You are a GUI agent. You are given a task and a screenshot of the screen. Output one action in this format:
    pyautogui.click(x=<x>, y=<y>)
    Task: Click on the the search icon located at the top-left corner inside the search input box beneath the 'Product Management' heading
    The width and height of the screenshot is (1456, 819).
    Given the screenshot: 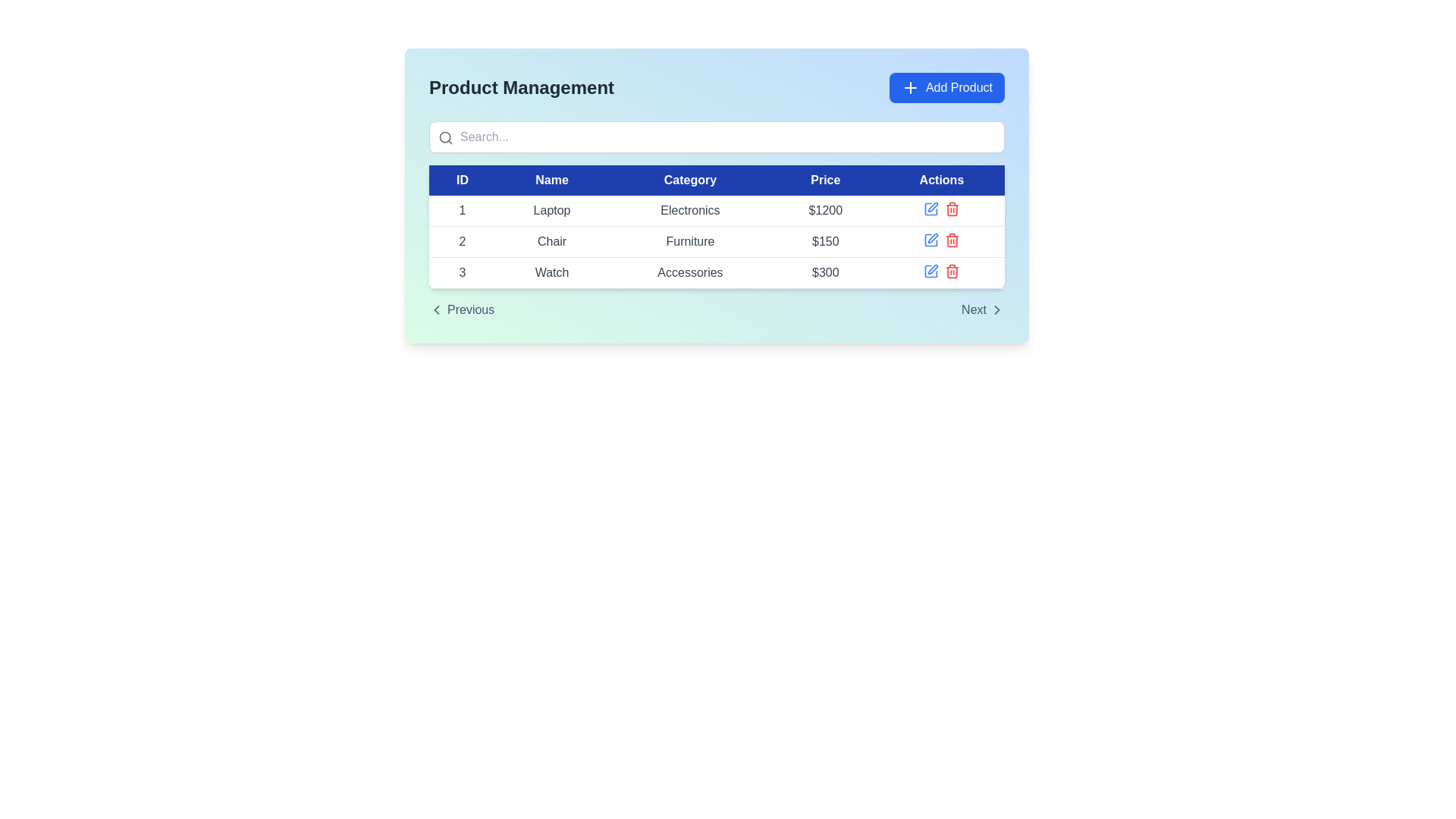 What is the action you would take?
    pyautogui.click(x=445, y=137)
    